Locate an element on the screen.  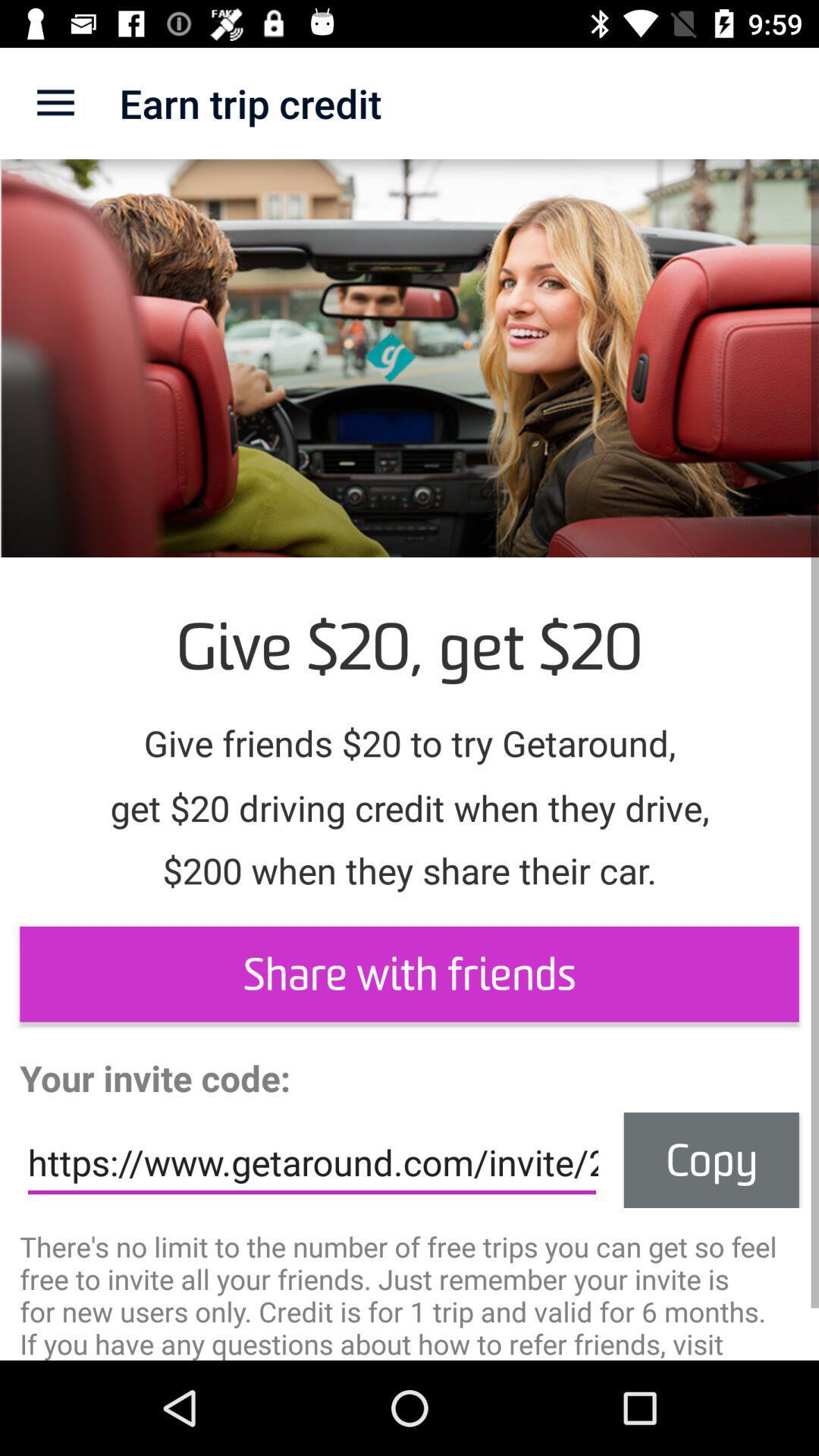
the icon below https www getaround is located at coordinates (409, 1293).